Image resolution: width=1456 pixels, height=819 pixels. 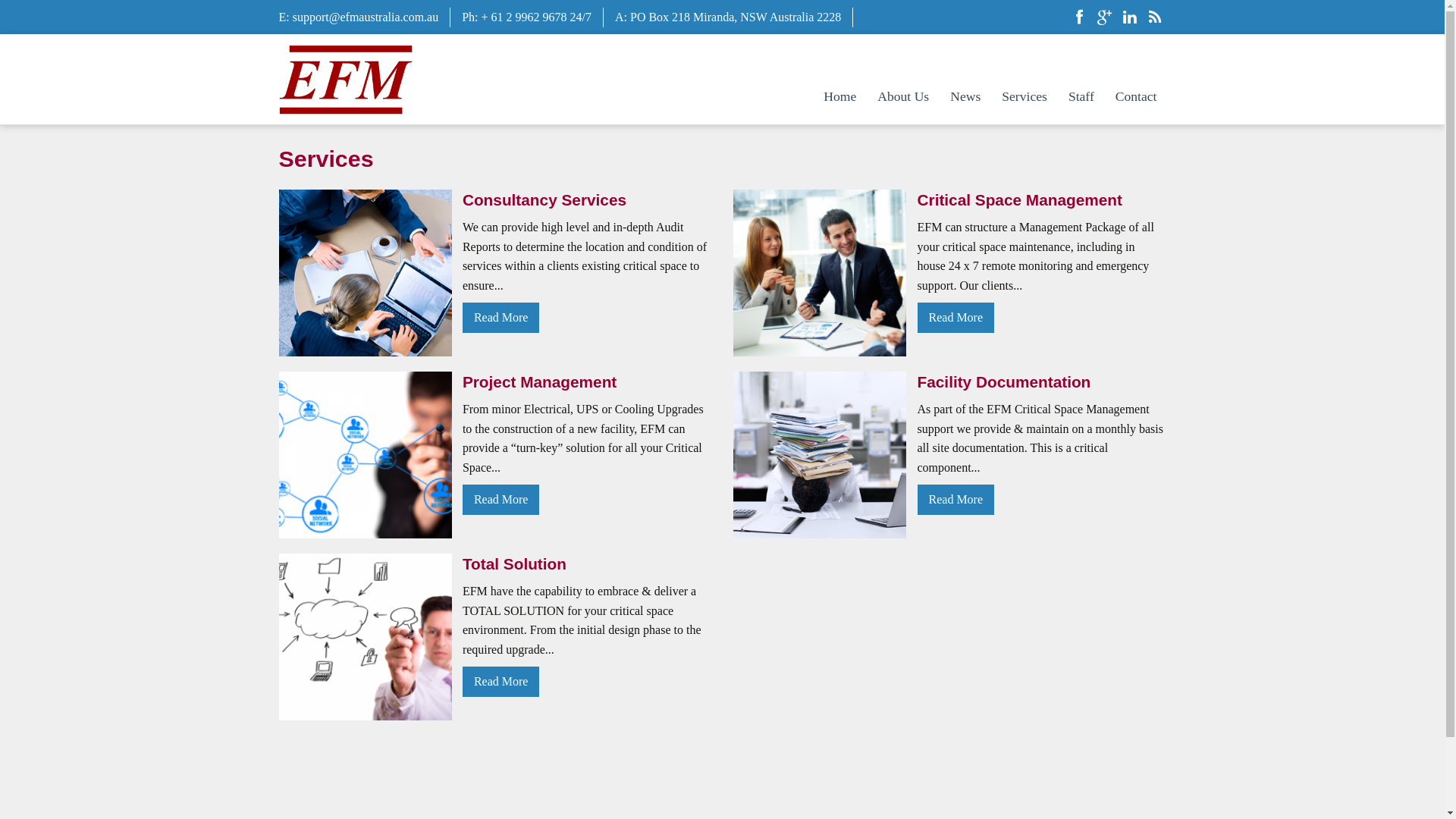 I want to click on 'Contact', so click(x=1136, y=96).